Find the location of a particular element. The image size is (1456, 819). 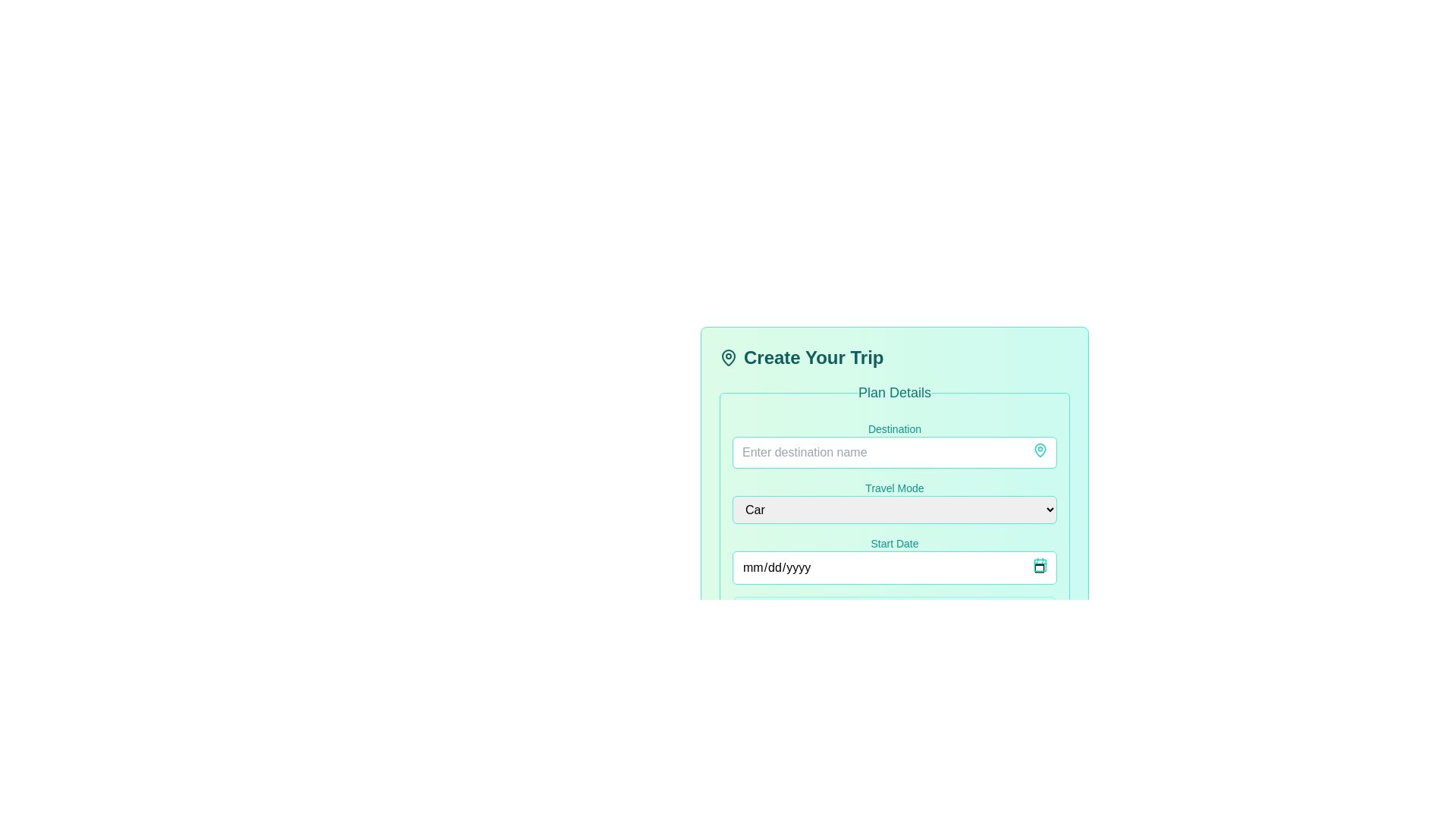

the Static text label that displays 'Destination', which is styled in teal and positioned above the destination input box is located at coordinates (895, 429).